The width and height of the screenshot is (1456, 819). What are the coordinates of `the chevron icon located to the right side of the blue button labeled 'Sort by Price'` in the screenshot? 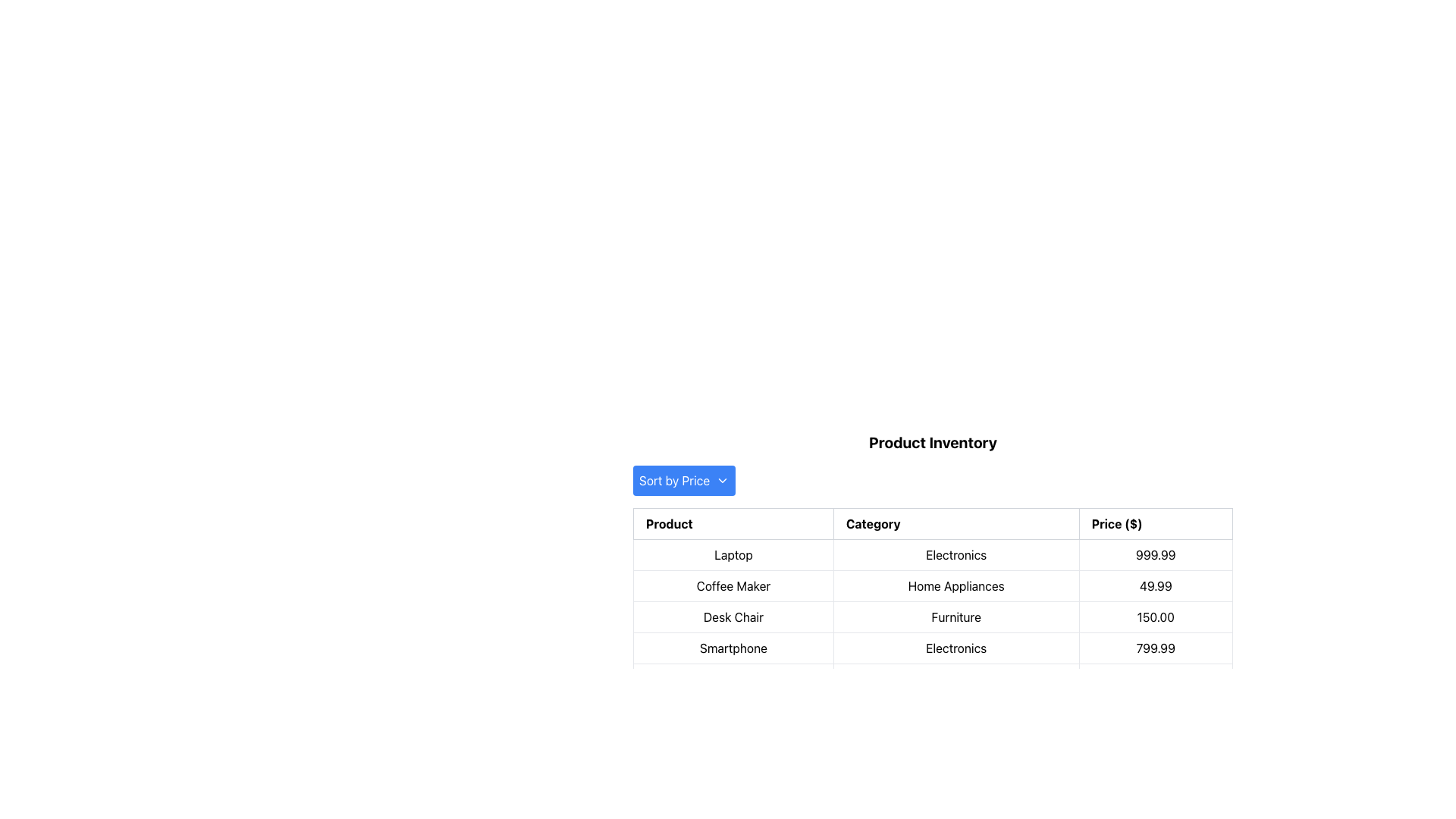 It's located at (722, 480).